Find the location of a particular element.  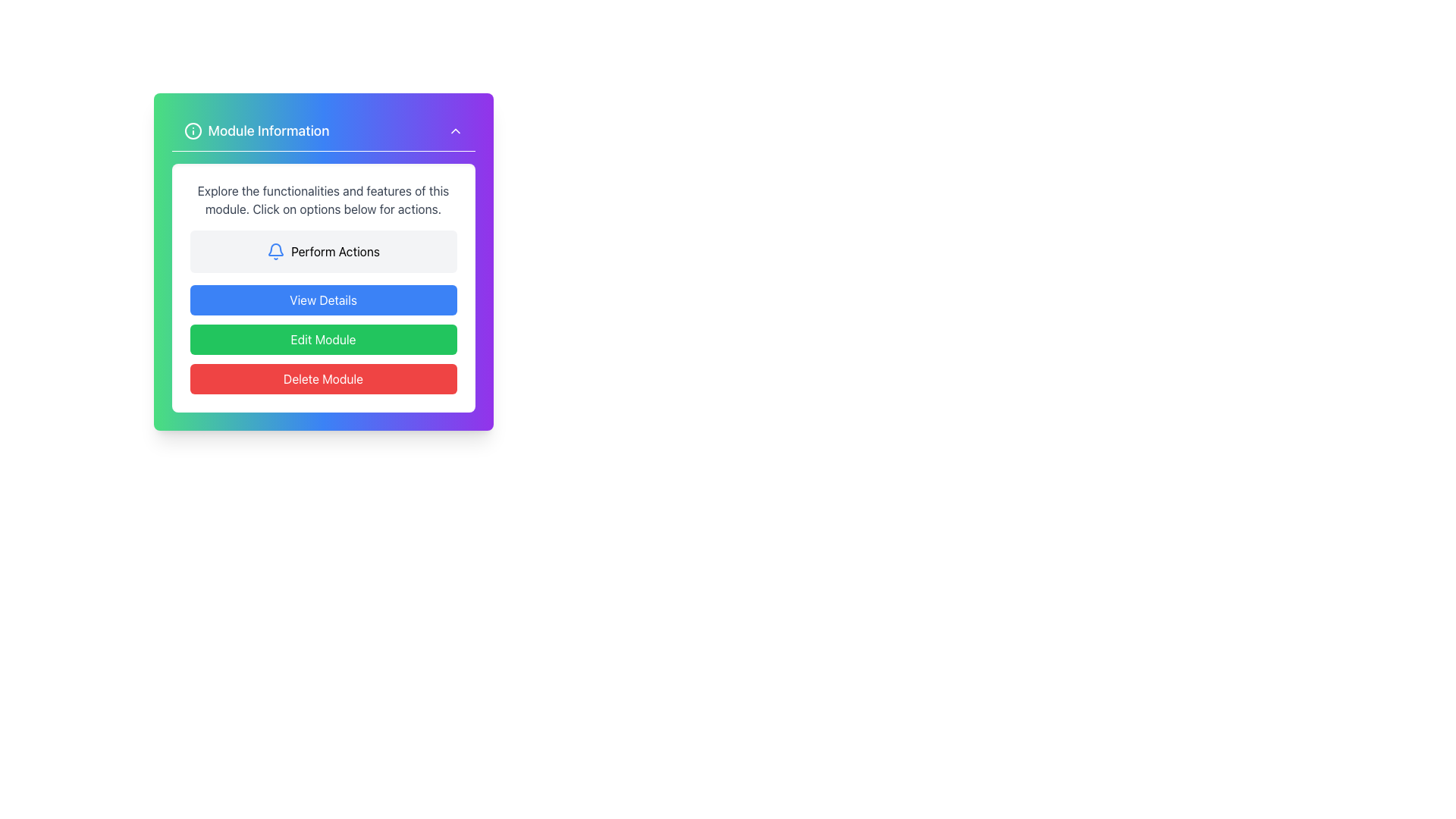

the rectangular button labeled 'Perform Actions' with a light gray background and a blue bell icon, located in the second section of the 'Module Information' card is located at coordinates (322, 261).